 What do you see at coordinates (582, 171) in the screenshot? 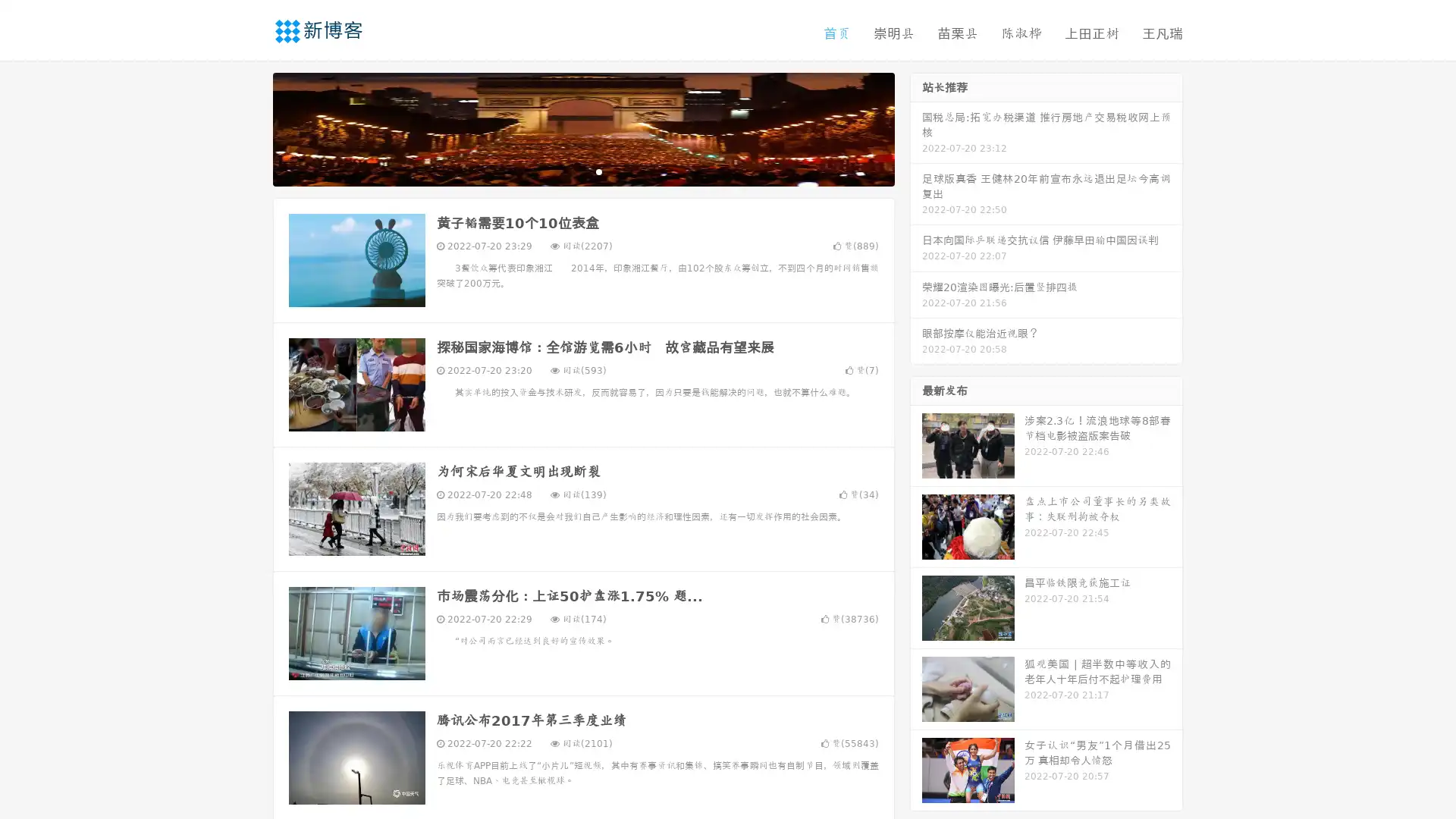
I see `Go to slide 2` at bounding box center [582, 171].